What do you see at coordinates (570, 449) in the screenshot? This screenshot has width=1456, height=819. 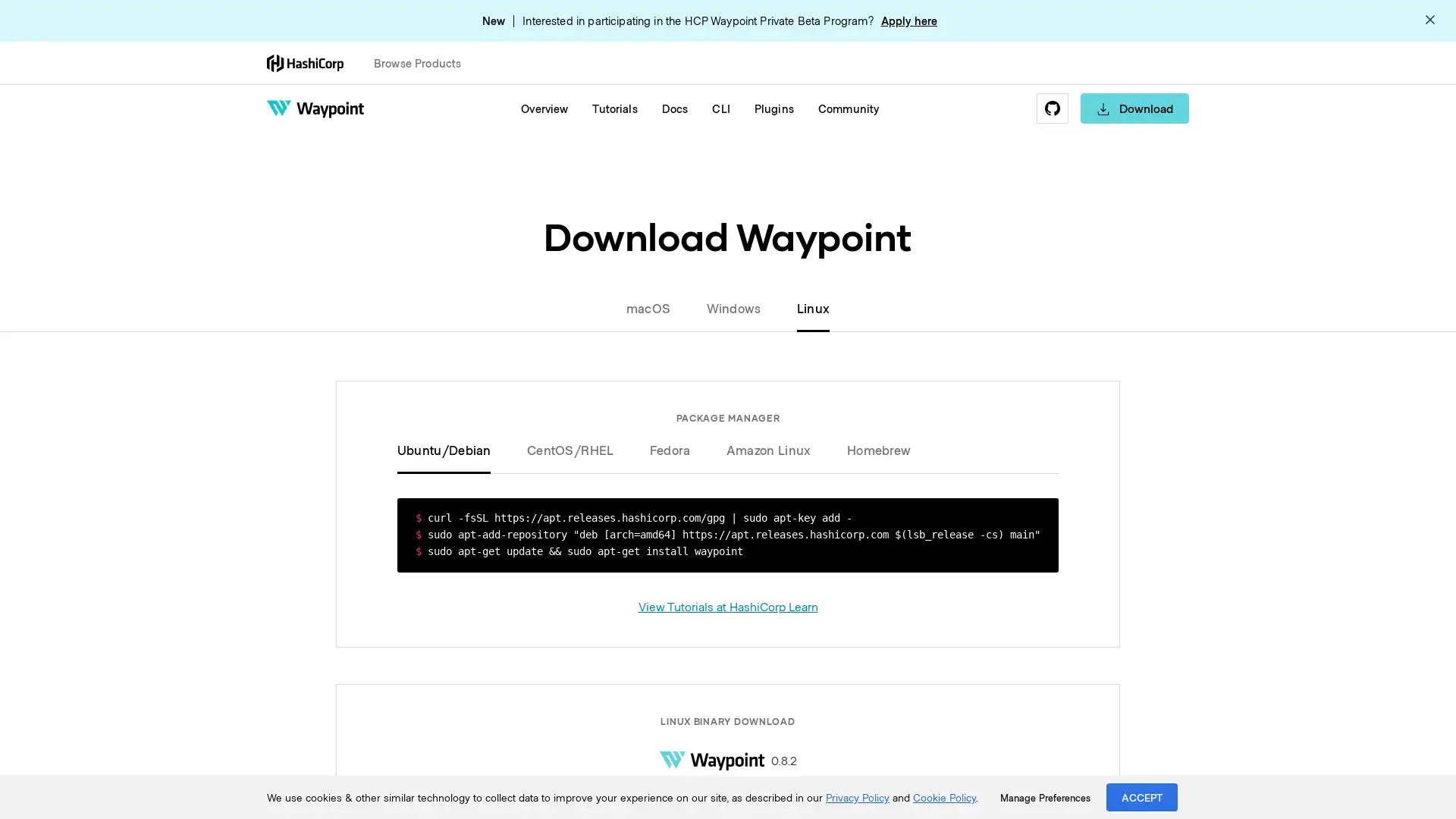 I see `CentOS/RHEL` at bounding box center [570, 449].